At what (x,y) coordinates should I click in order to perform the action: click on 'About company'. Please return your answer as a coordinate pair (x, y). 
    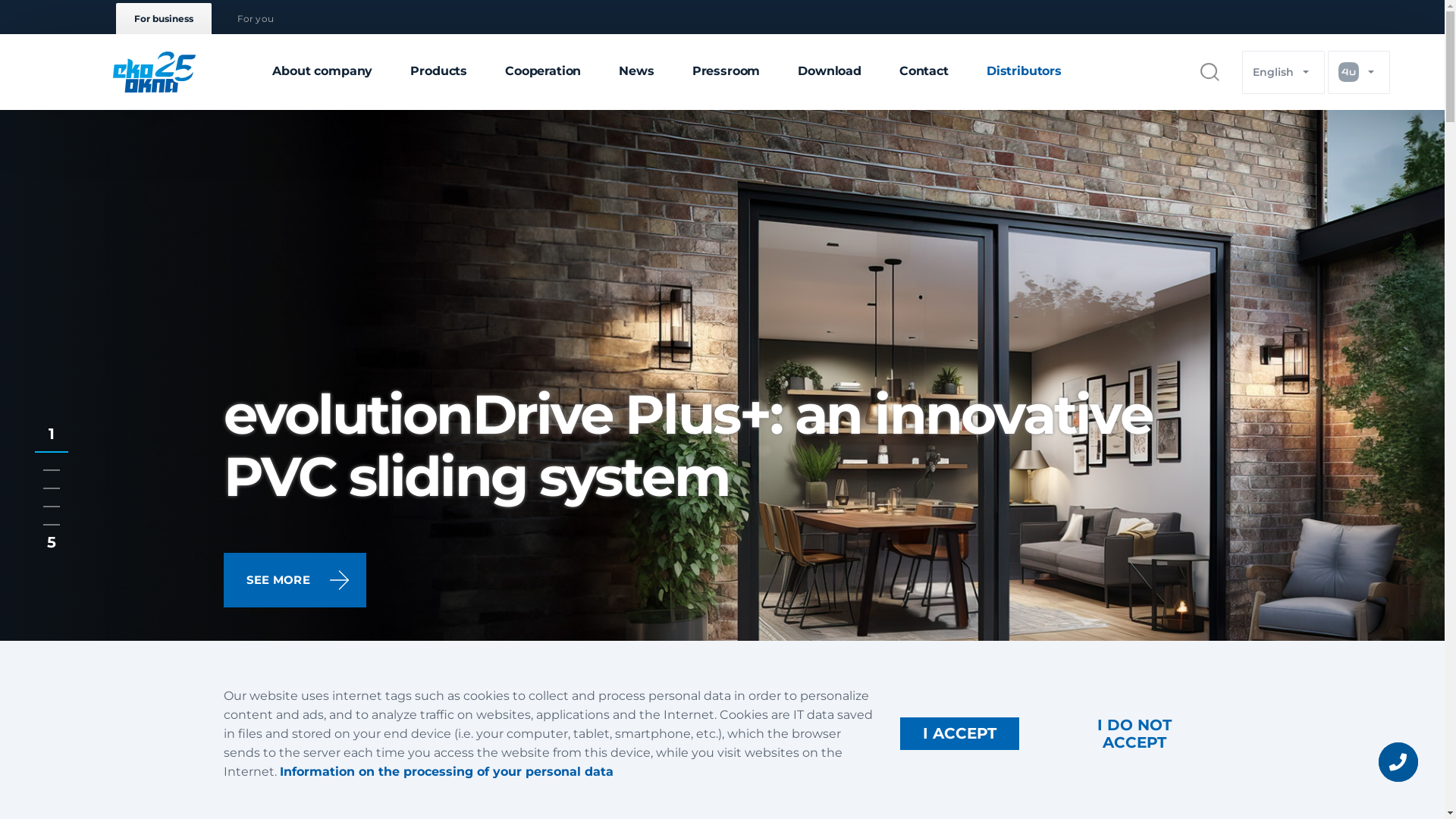
    Looking at the image, I should click on (322, 72).